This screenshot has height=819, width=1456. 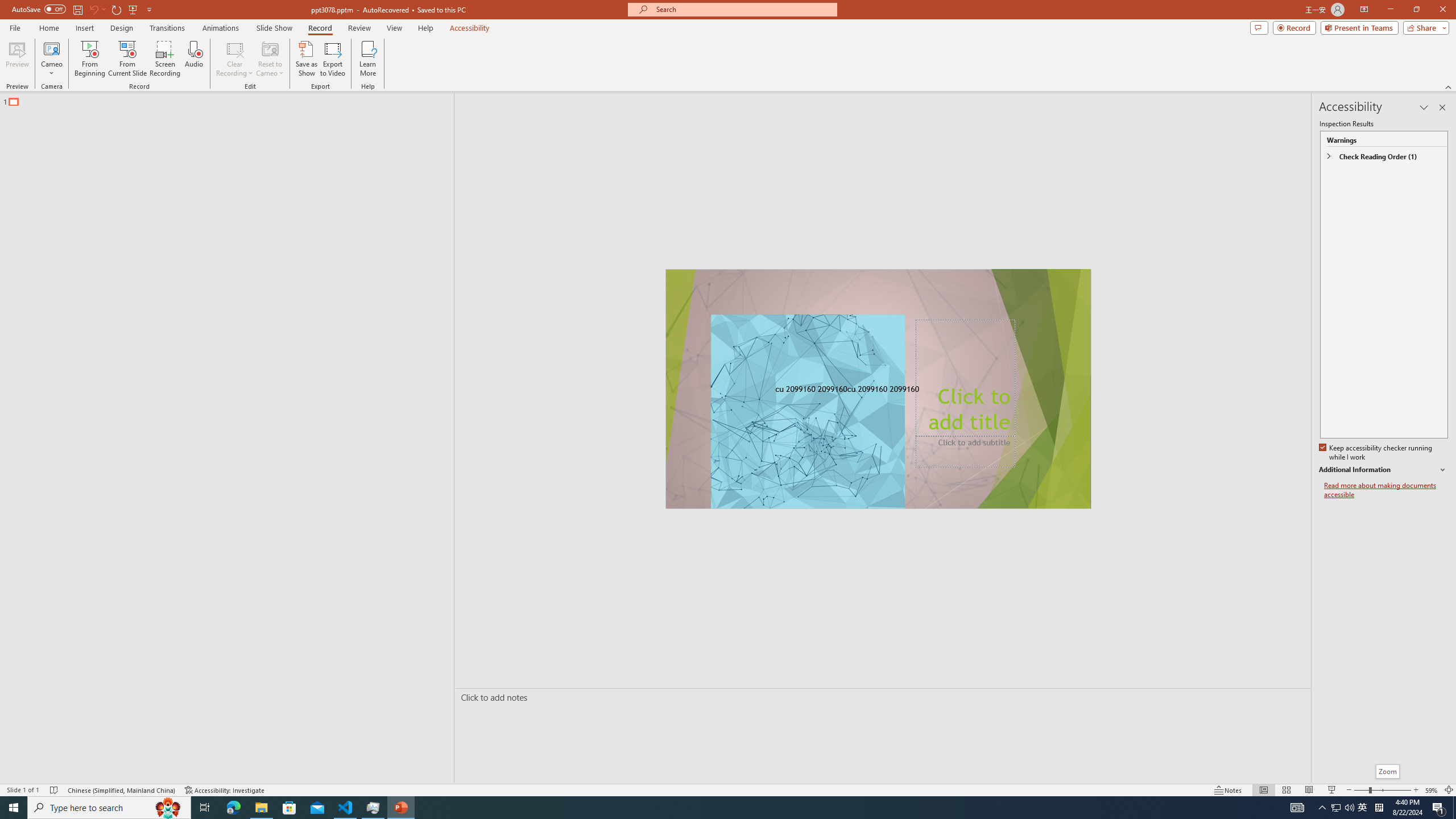 What do you see at coordinates (877, 388) in the screenshot?
I see `'An abstract genetic concept'` at bounding box center [877, 388].